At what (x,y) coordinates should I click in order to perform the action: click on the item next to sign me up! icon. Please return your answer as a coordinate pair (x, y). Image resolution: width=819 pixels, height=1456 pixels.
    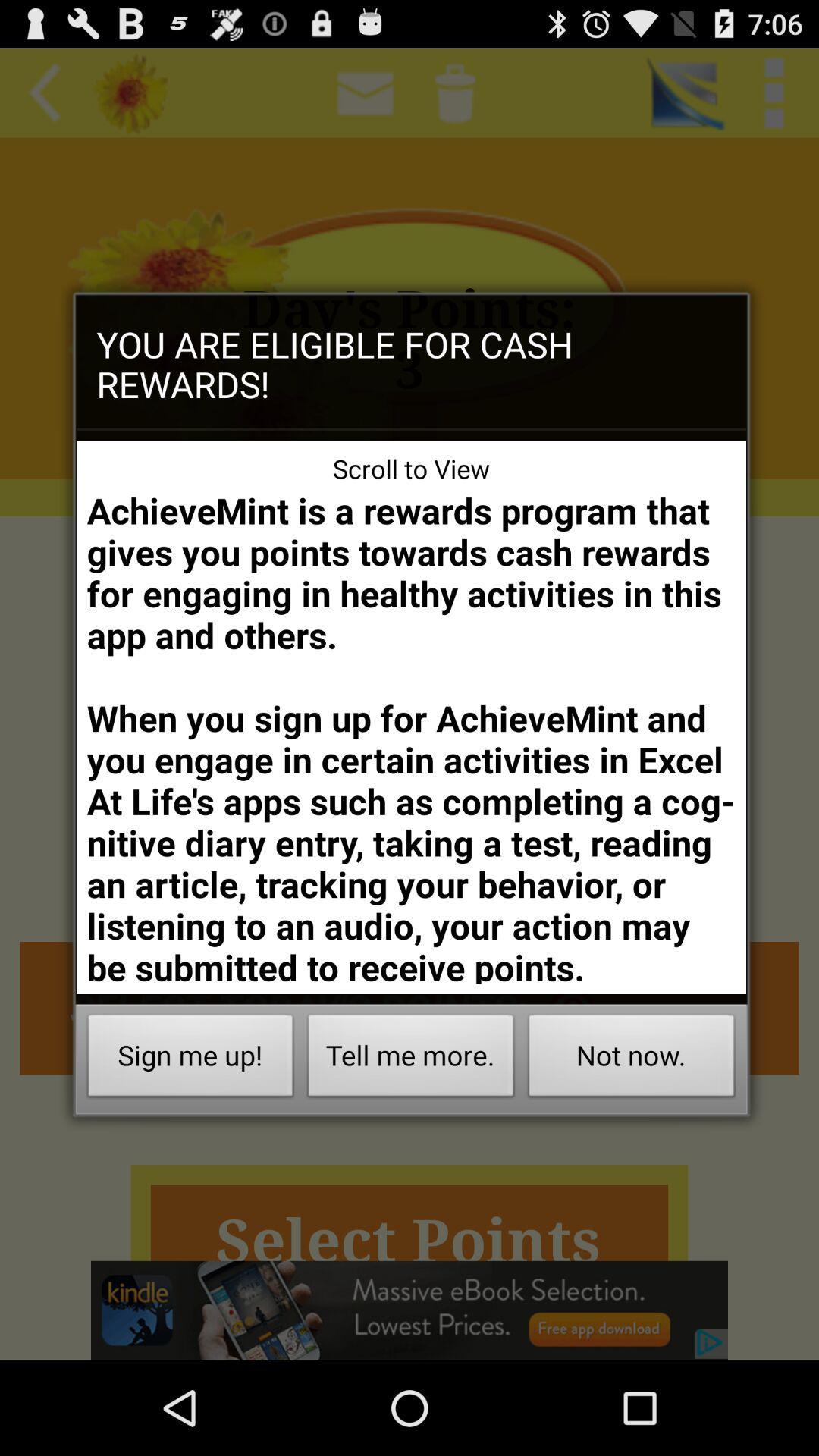
    Looking at the image, I should click on (411, 1059).